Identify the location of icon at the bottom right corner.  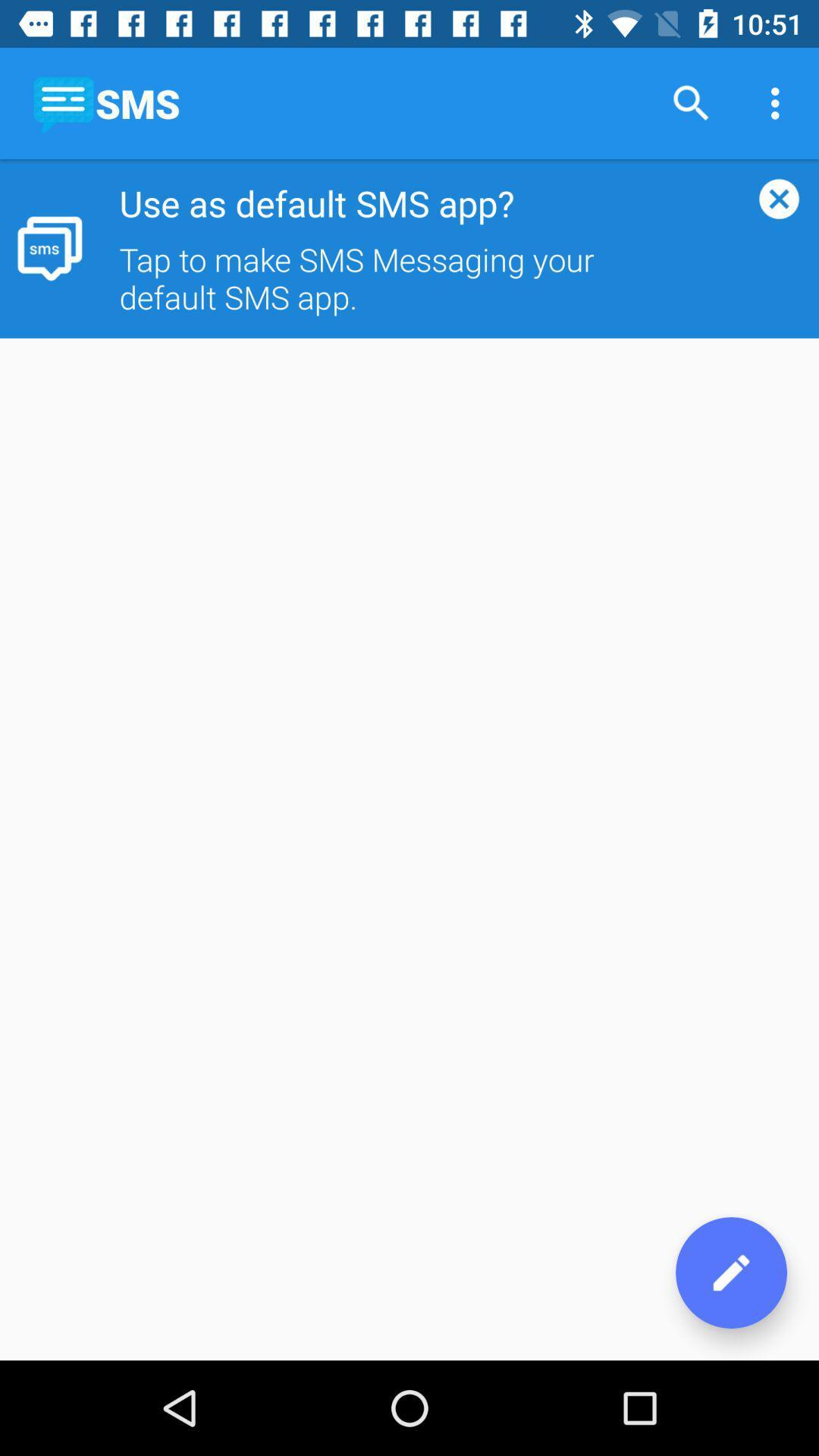
(730, 1272).